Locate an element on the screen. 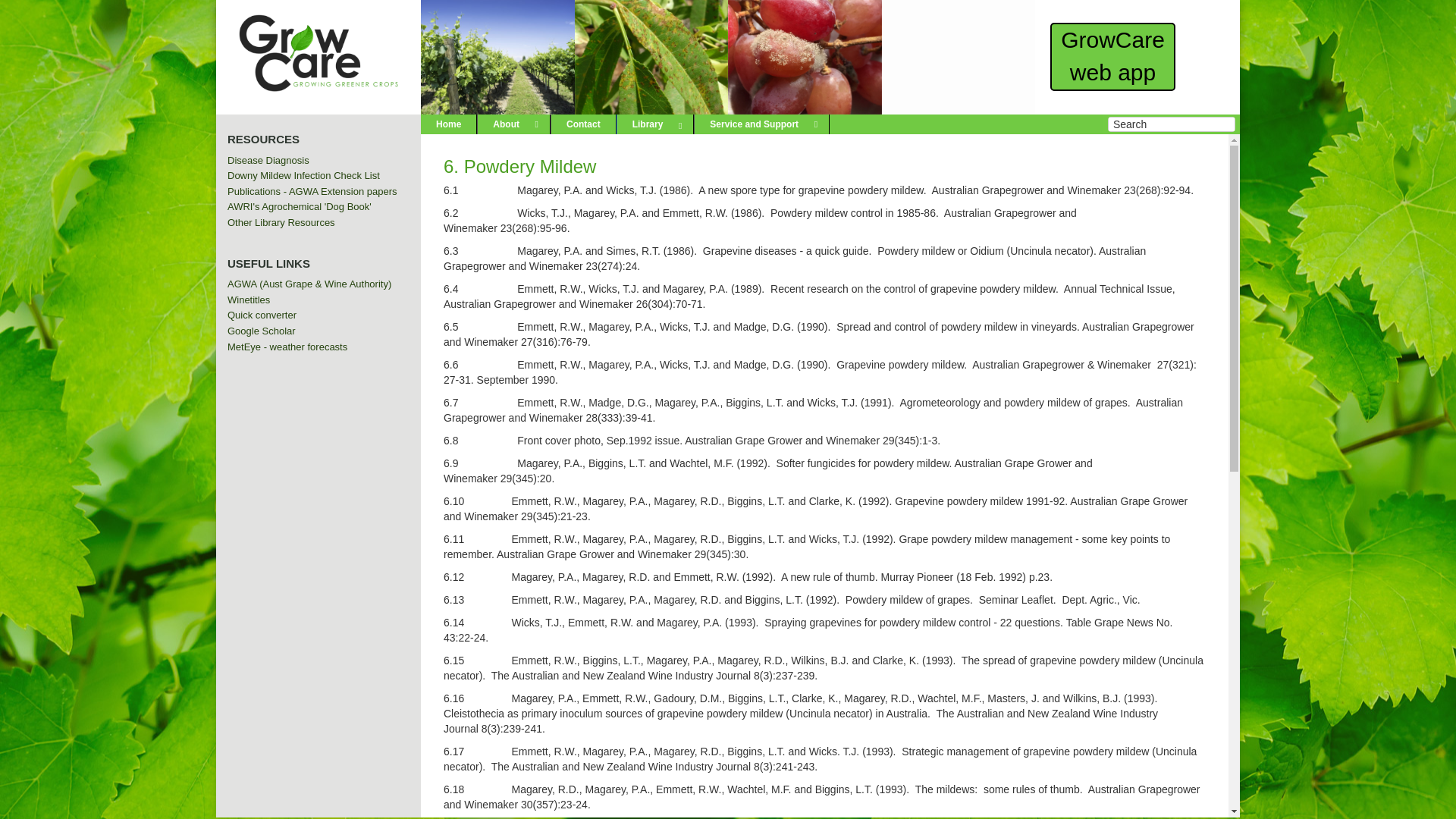 This screenshot has height=819, width=1456. 'AWRI's Agrochemical 'Dog Book'' is located at coordinates (299, 206).